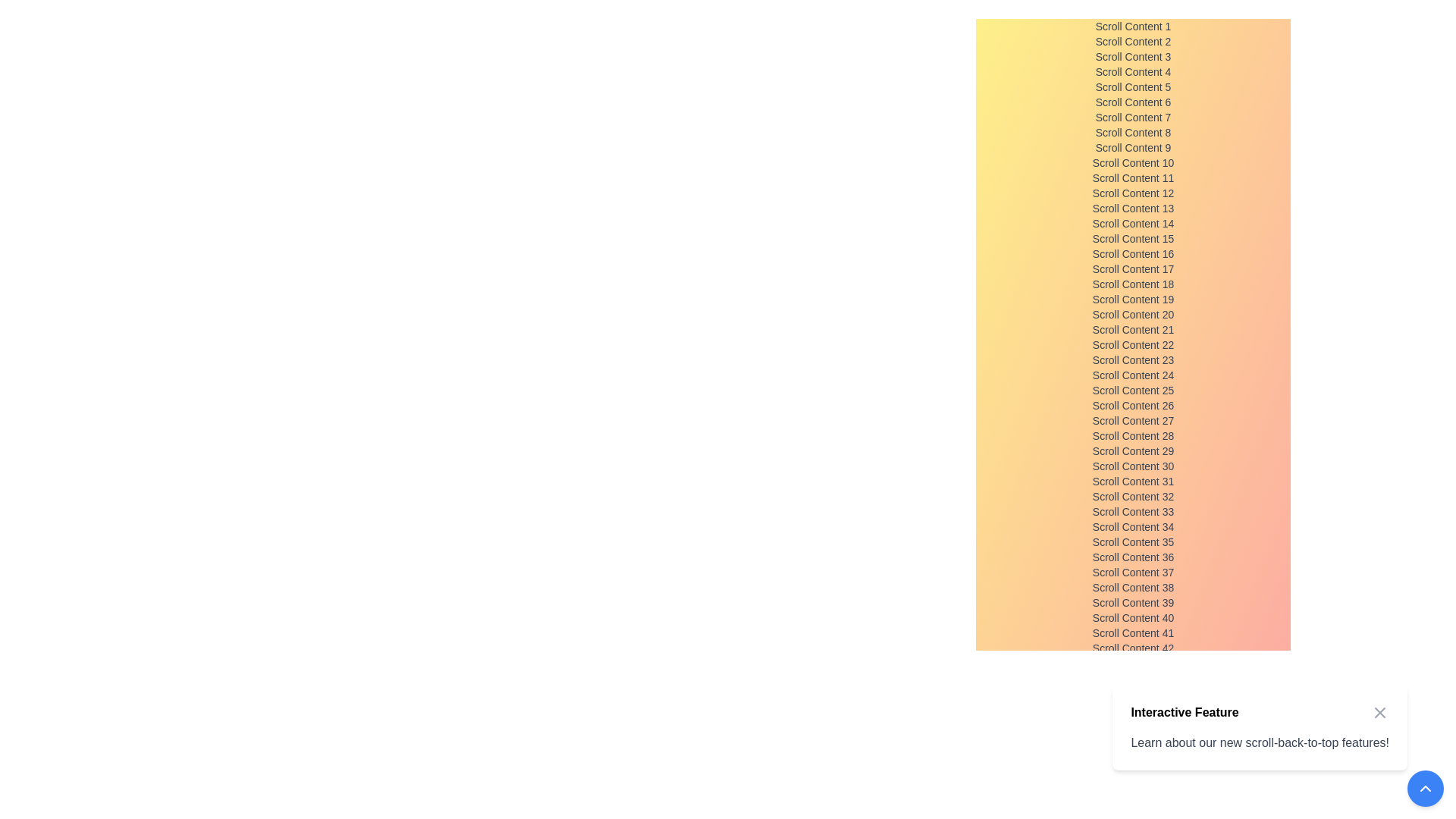 The width and height of the screenshot is (1456, 819). What do you see at coordinates (1133, 723) in the screenshot?
I see `information displayed in the text label that shows 'Scroll Content 47', which is part of a vertical list of similar items` at bounding box center [1133, 723].